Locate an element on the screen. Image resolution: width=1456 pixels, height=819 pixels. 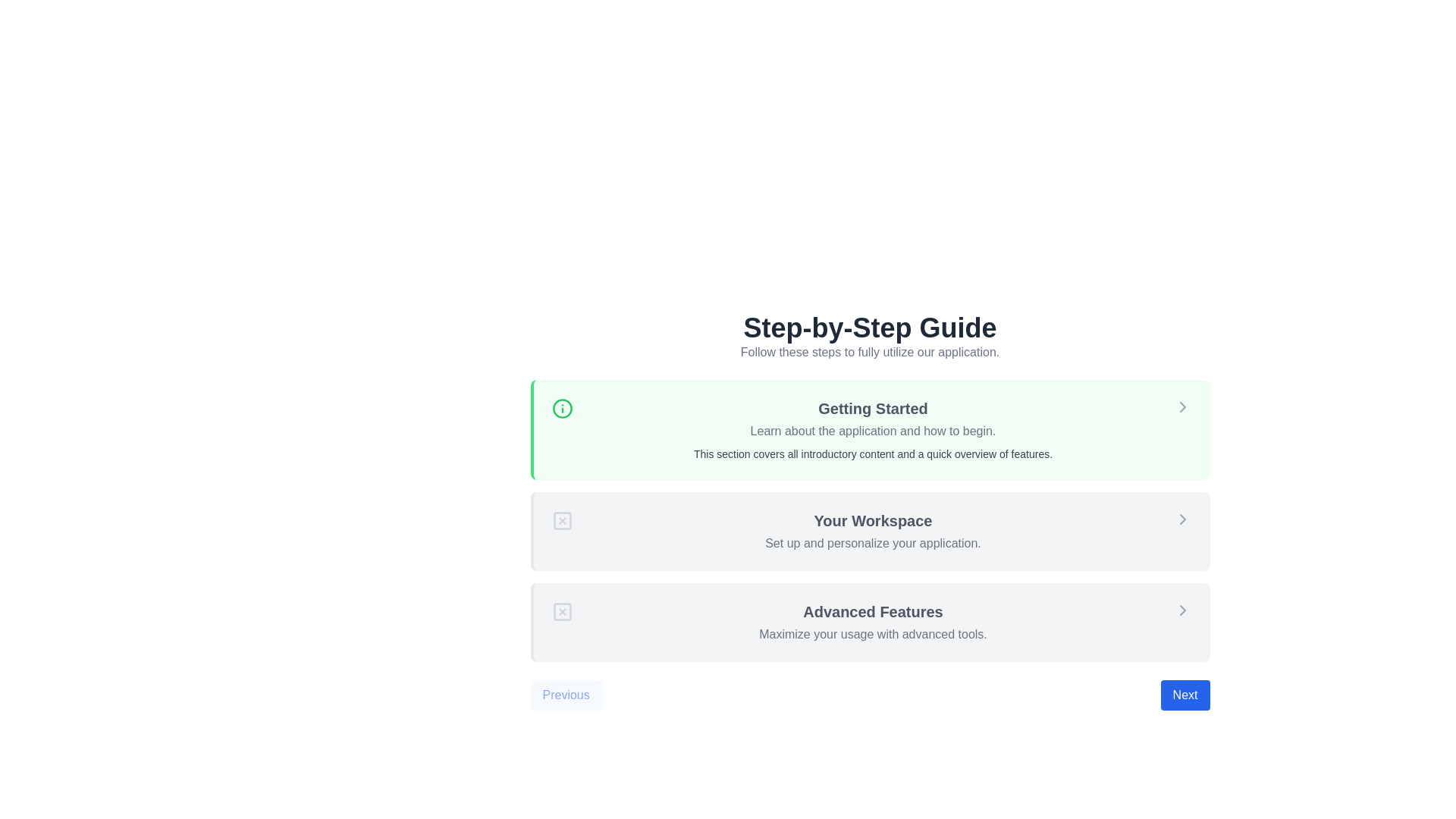
the second informational card located in the center column under the header 'Step-by-Step Guide' for more details is located at coordinates (870, 519).